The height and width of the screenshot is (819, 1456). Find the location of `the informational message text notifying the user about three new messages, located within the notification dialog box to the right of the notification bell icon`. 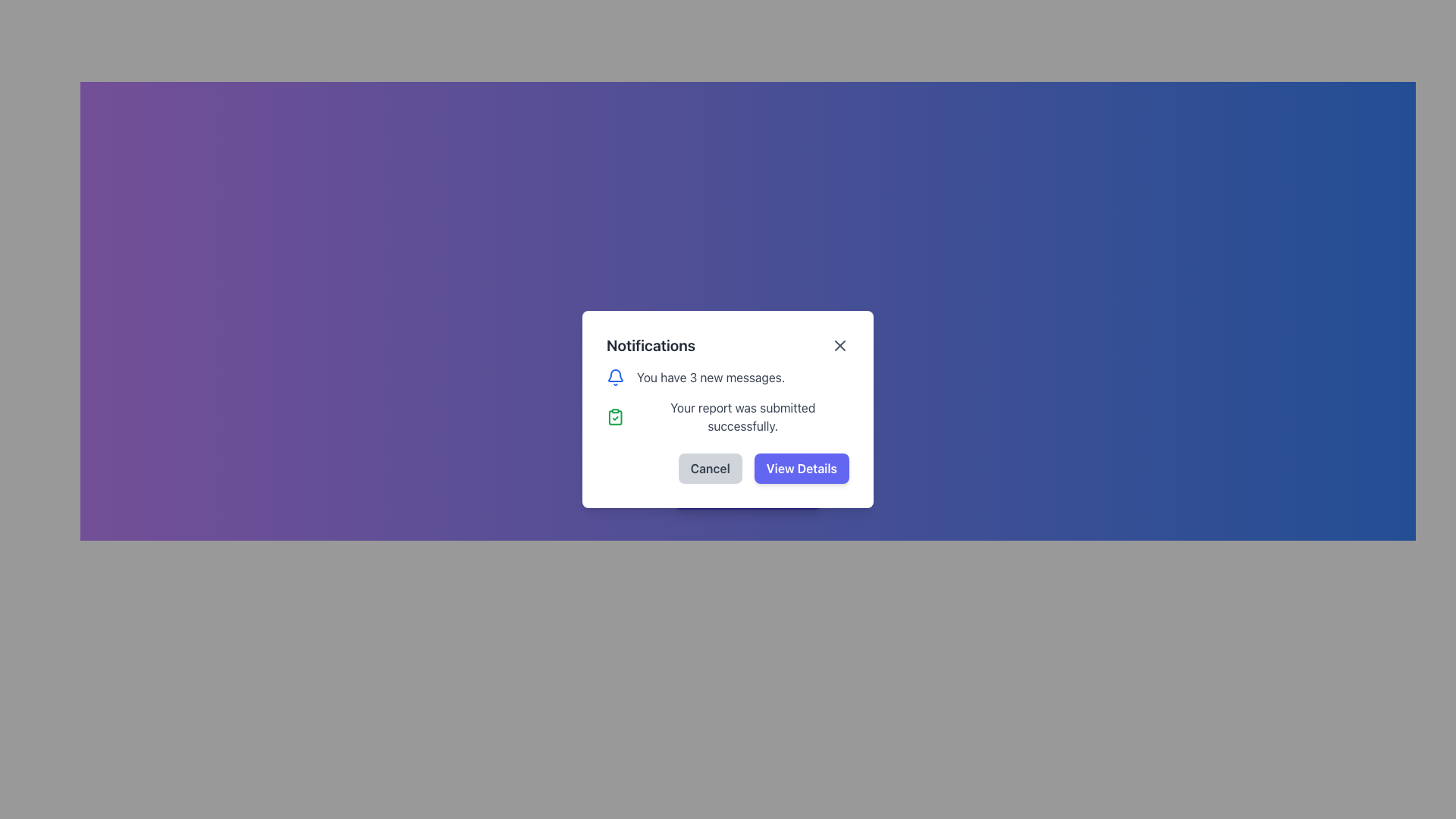

the informational message text notifying the user about three new messages, located within the notification dialog box to the right of the notification bell icon is located at coordinates (710, 376).